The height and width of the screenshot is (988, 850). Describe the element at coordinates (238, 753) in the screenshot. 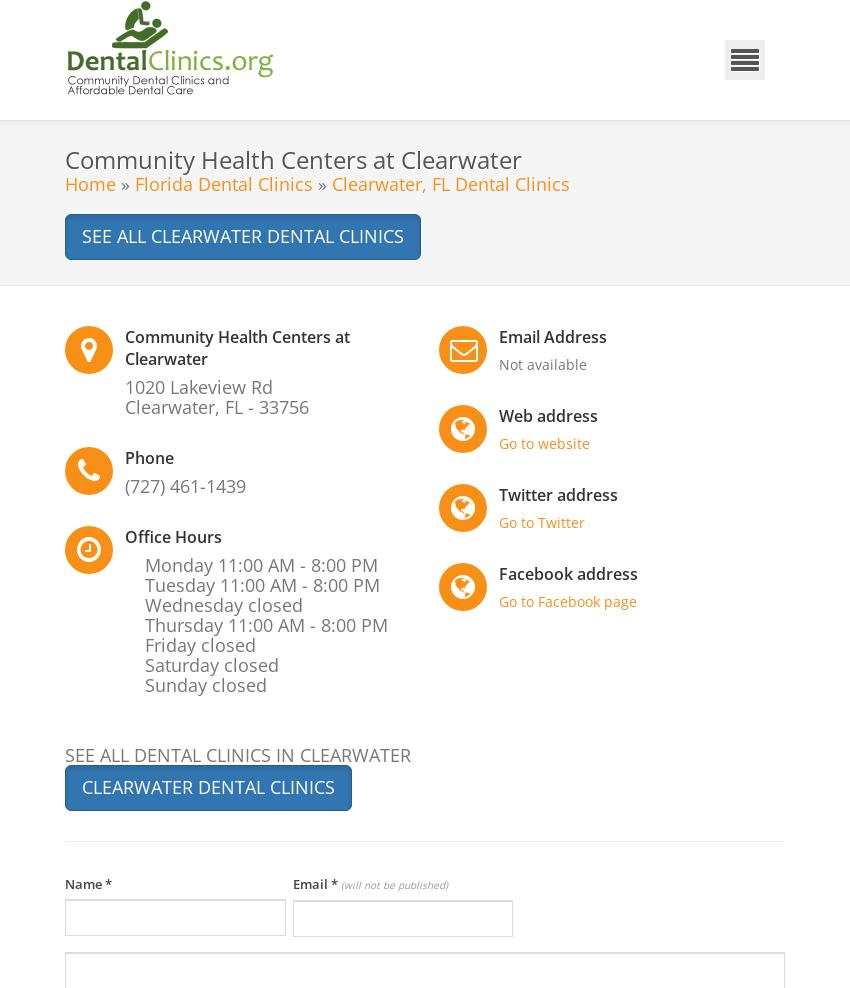

I see `'SEE ALL DENTAL CLINICS IN CLEARWATER'` at that location.